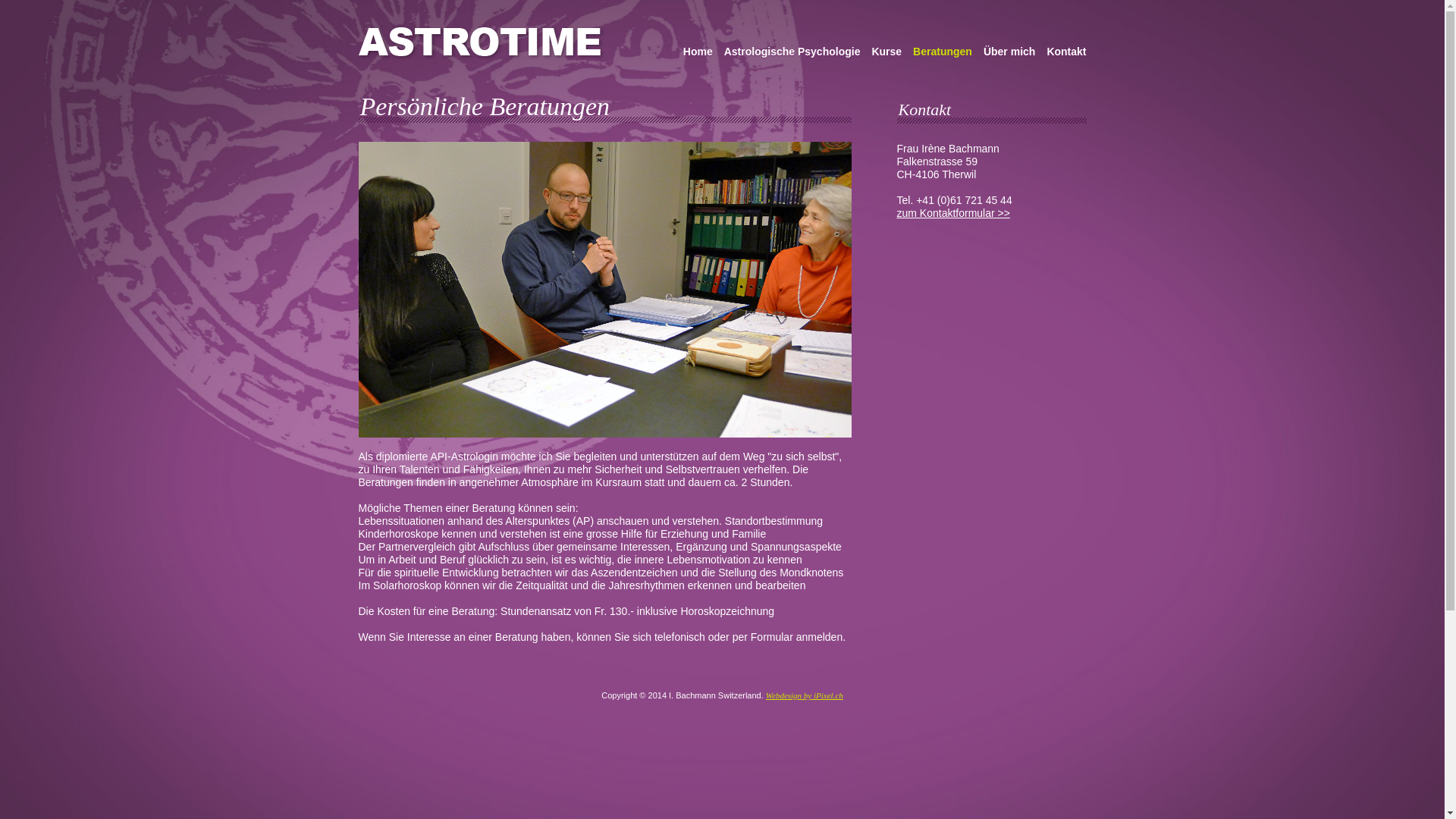 This screenshot has height=819, width=1456. What do you see at coordinates (803, 695) in the screenshot?
I see `'Webdesign by iPixel.ch'` at bounding box center [803, 695].